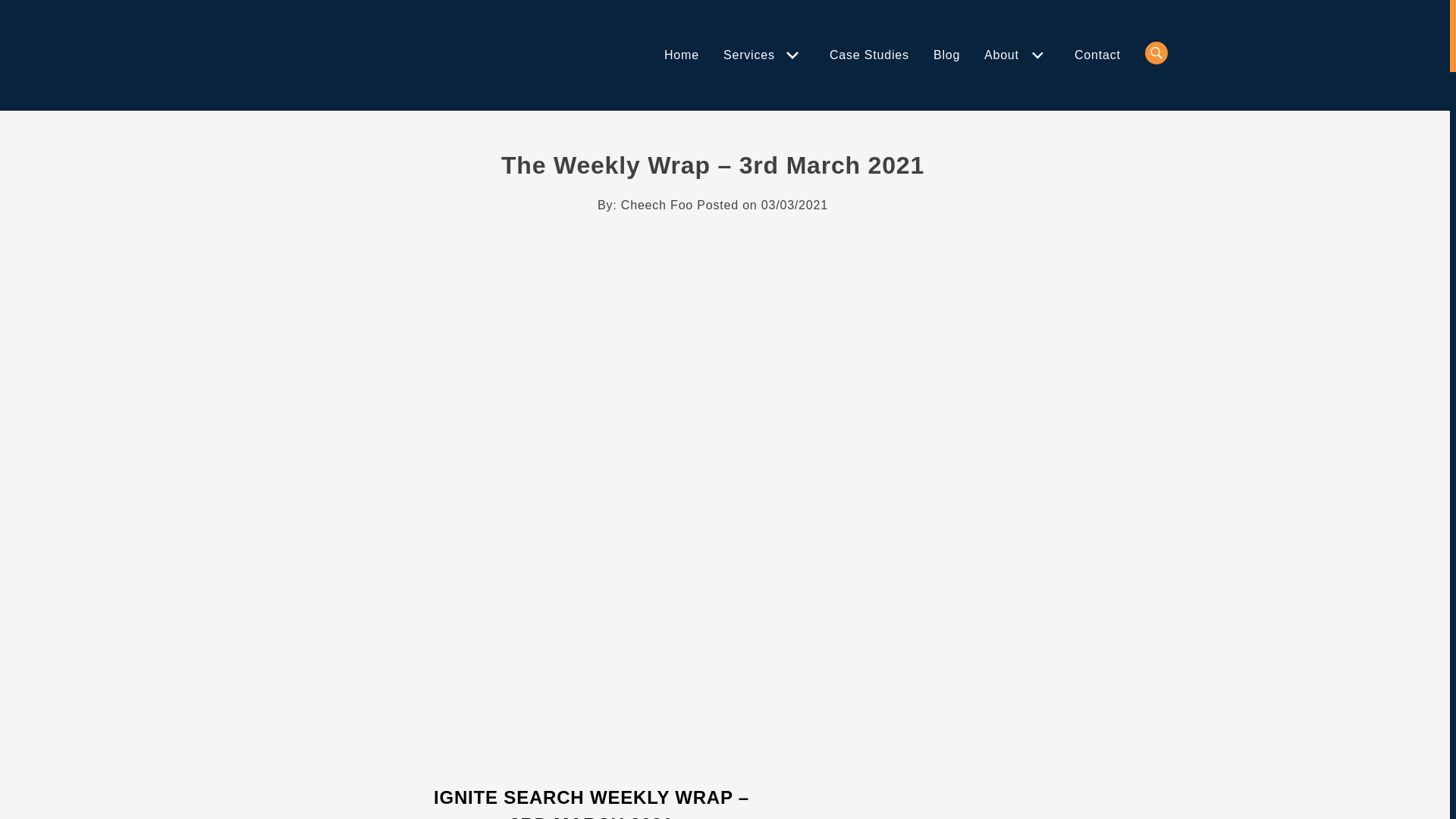  Describe the element at coordinates (752, 55) in the screenshot. I see `'Services'` at that location.